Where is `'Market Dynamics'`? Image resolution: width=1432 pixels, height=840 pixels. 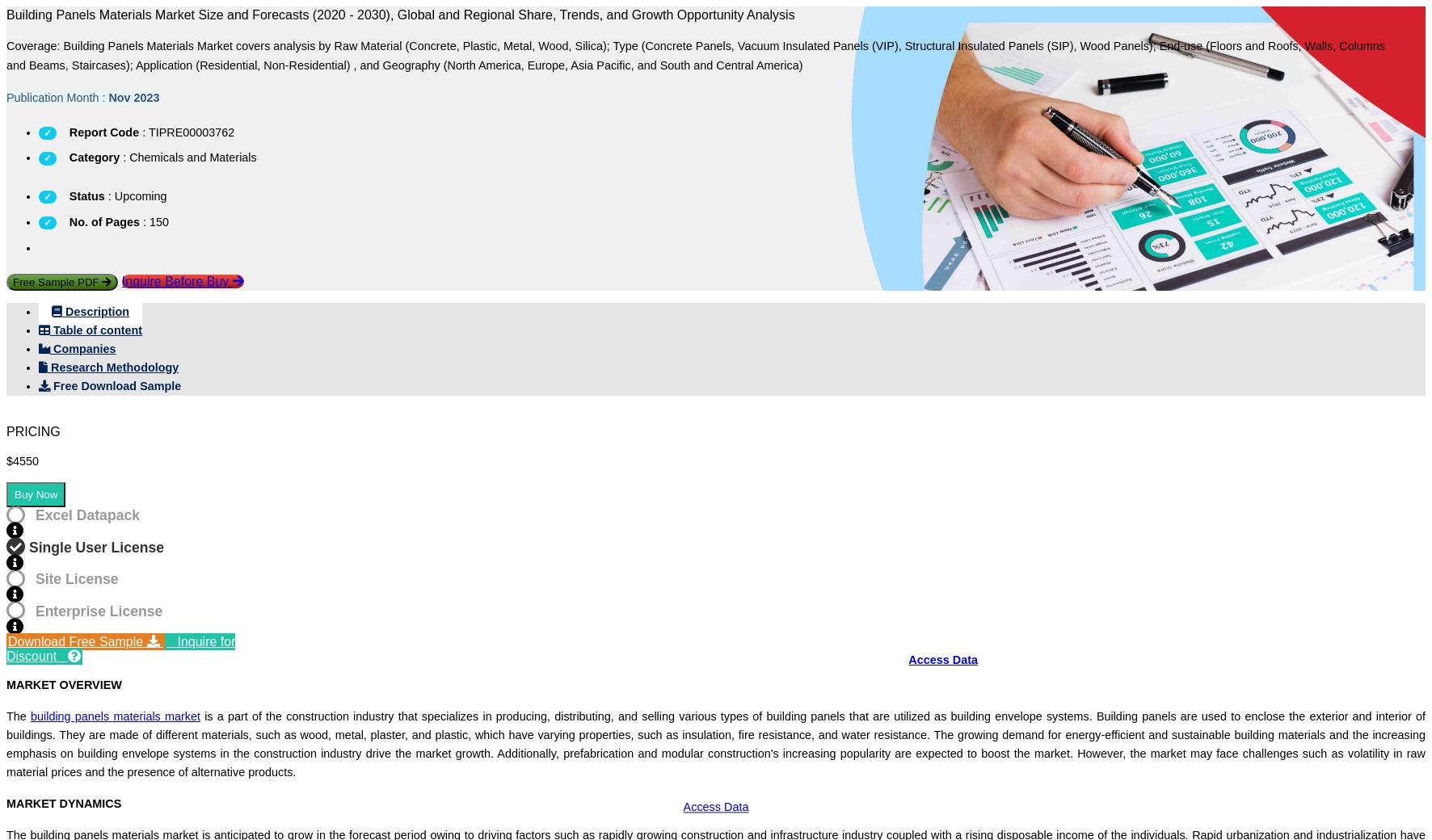
'Market Dynamics' is located at coordinates (292, 626).